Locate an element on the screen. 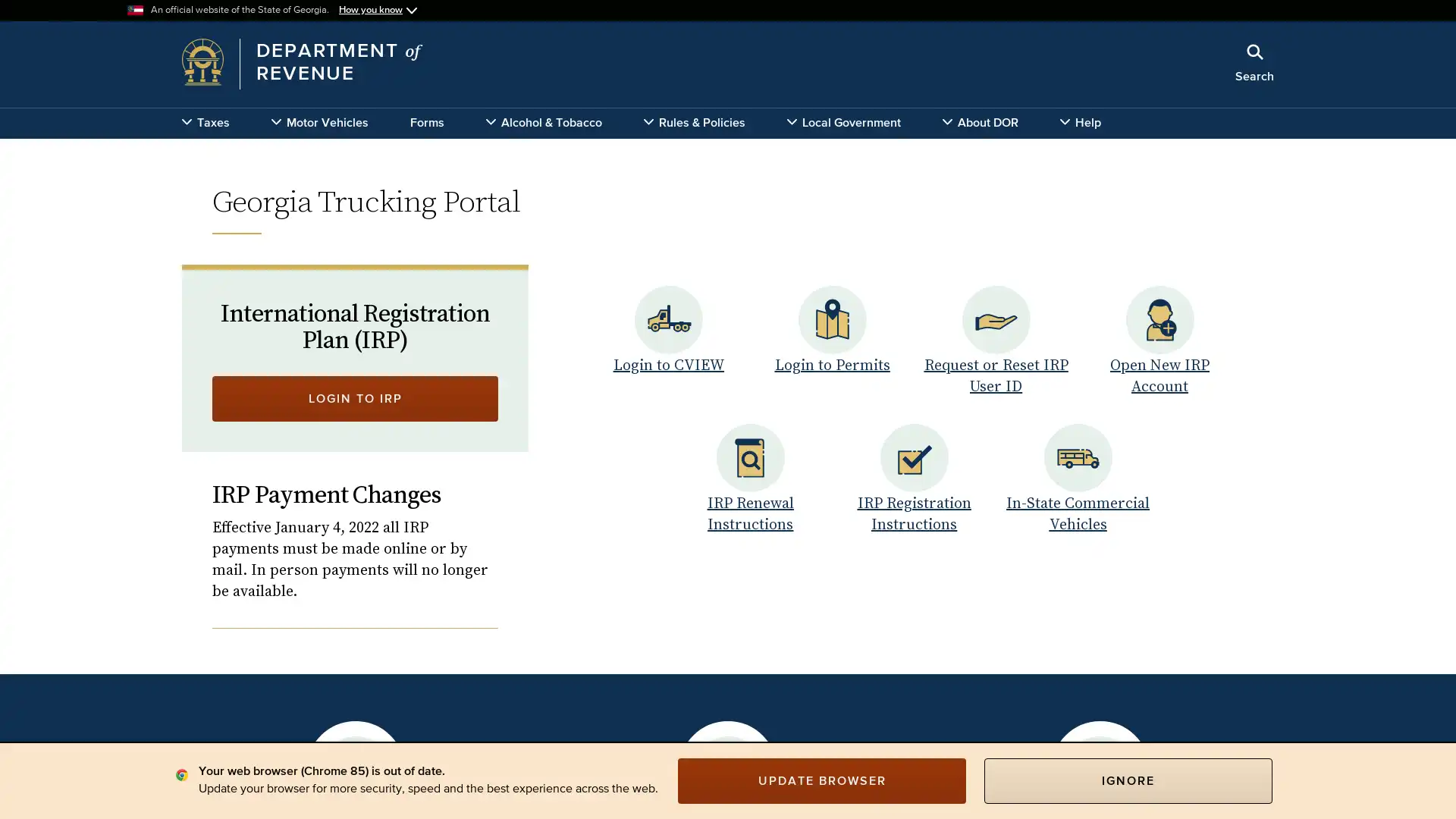 The image size is (1456, 819). IGNORE is located at coordinates (1128, 780).